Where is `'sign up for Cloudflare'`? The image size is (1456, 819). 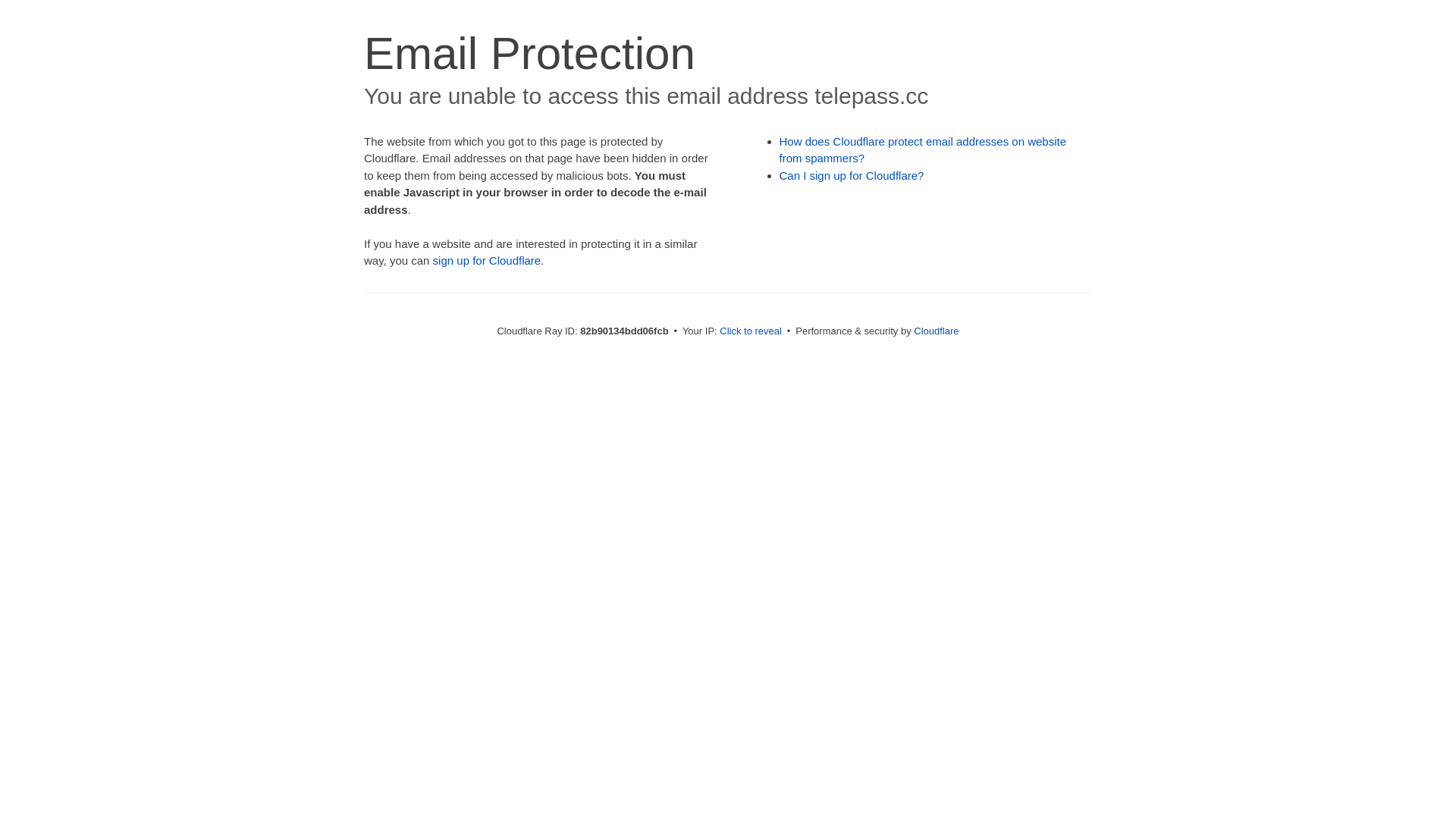 'sign up for Cloudflare' is located at coordinates (487, 259).